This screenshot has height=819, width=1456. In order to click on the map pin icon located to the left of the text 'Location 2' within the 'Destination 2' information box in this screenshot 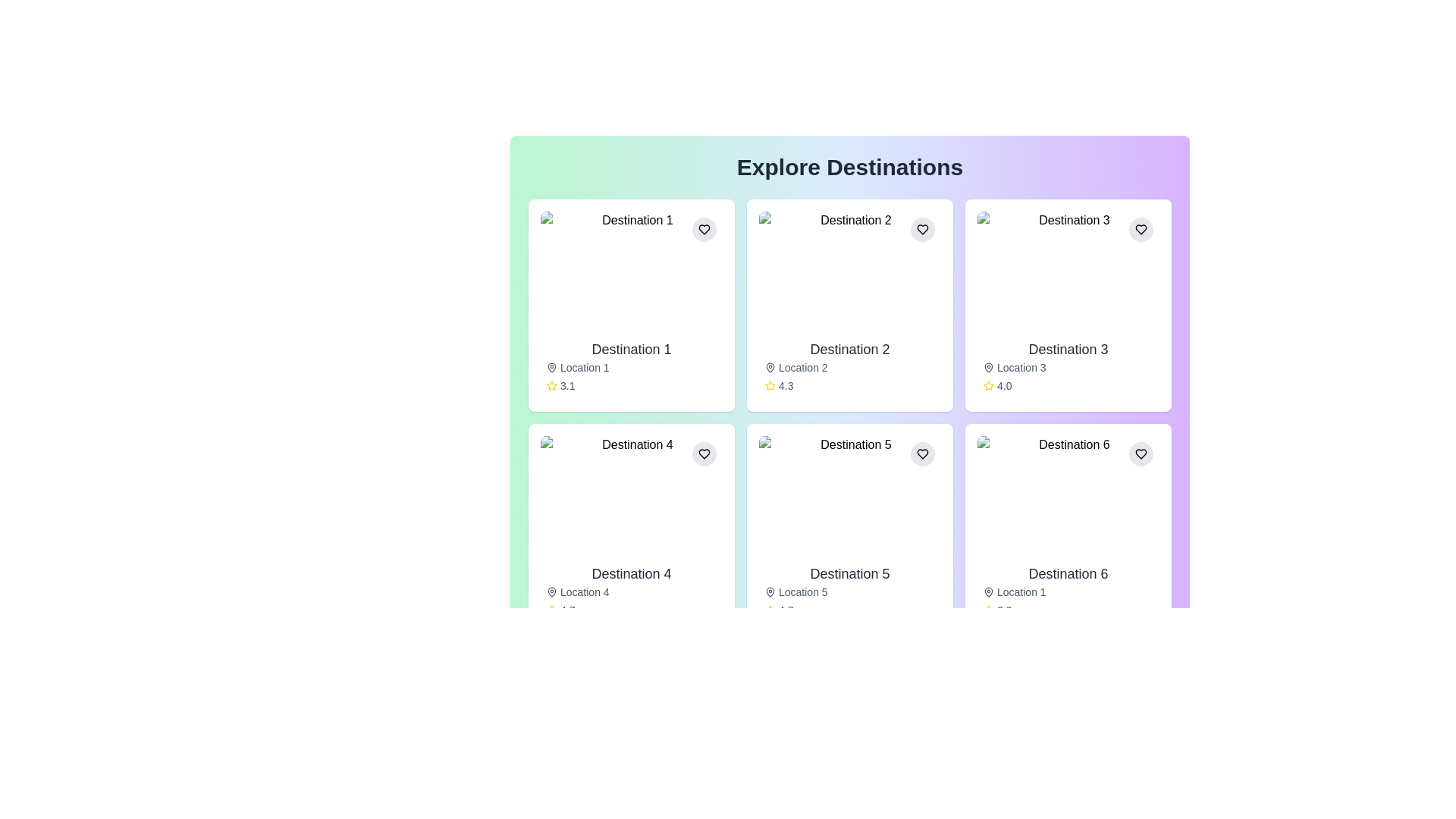, I will do `click(770, 368)`.